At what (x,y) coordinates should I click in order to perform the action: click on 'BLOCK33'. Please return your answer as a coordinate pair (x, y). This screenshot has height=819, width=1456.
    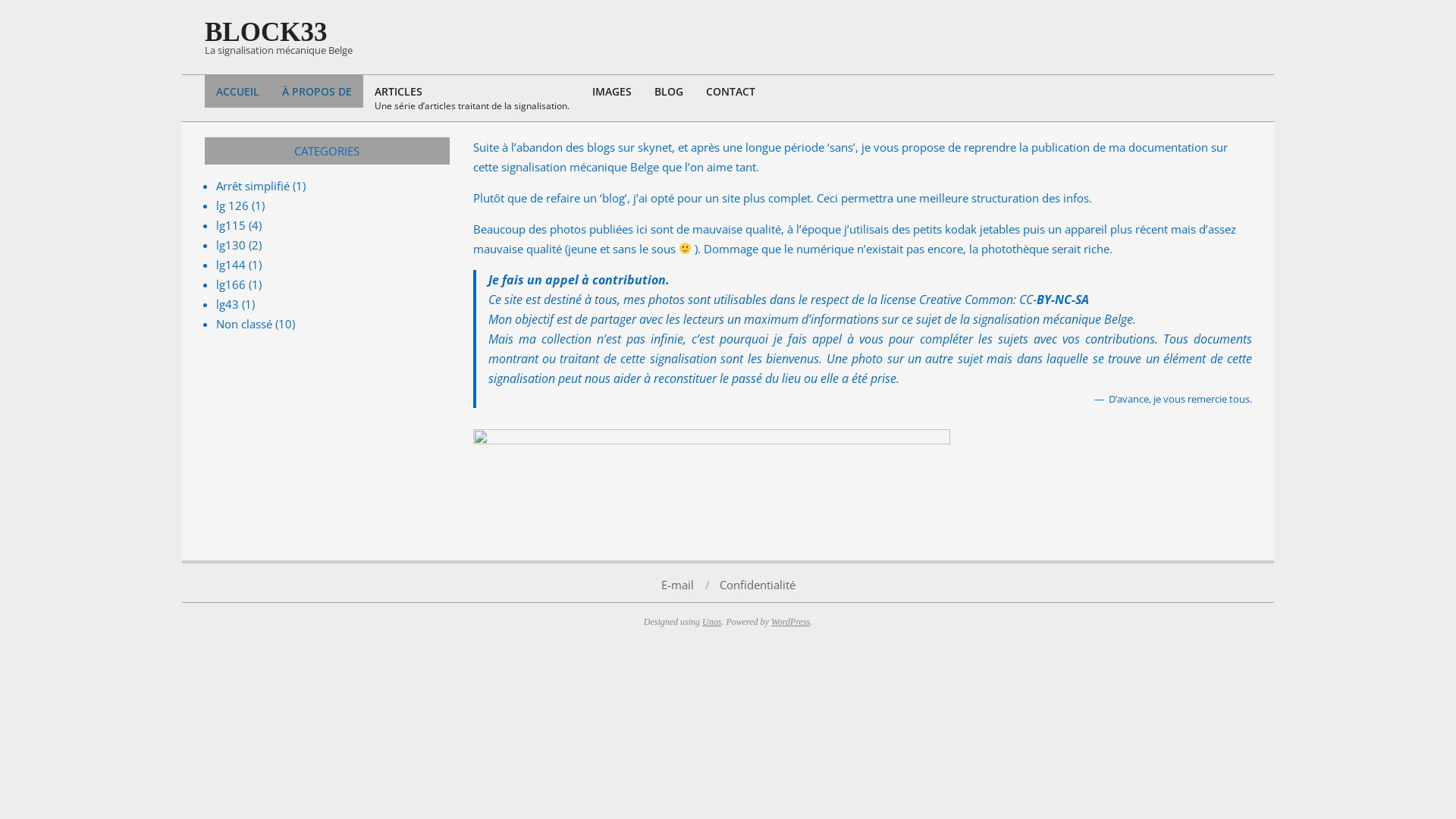
    Looking at the image, I should click on (265, 32).